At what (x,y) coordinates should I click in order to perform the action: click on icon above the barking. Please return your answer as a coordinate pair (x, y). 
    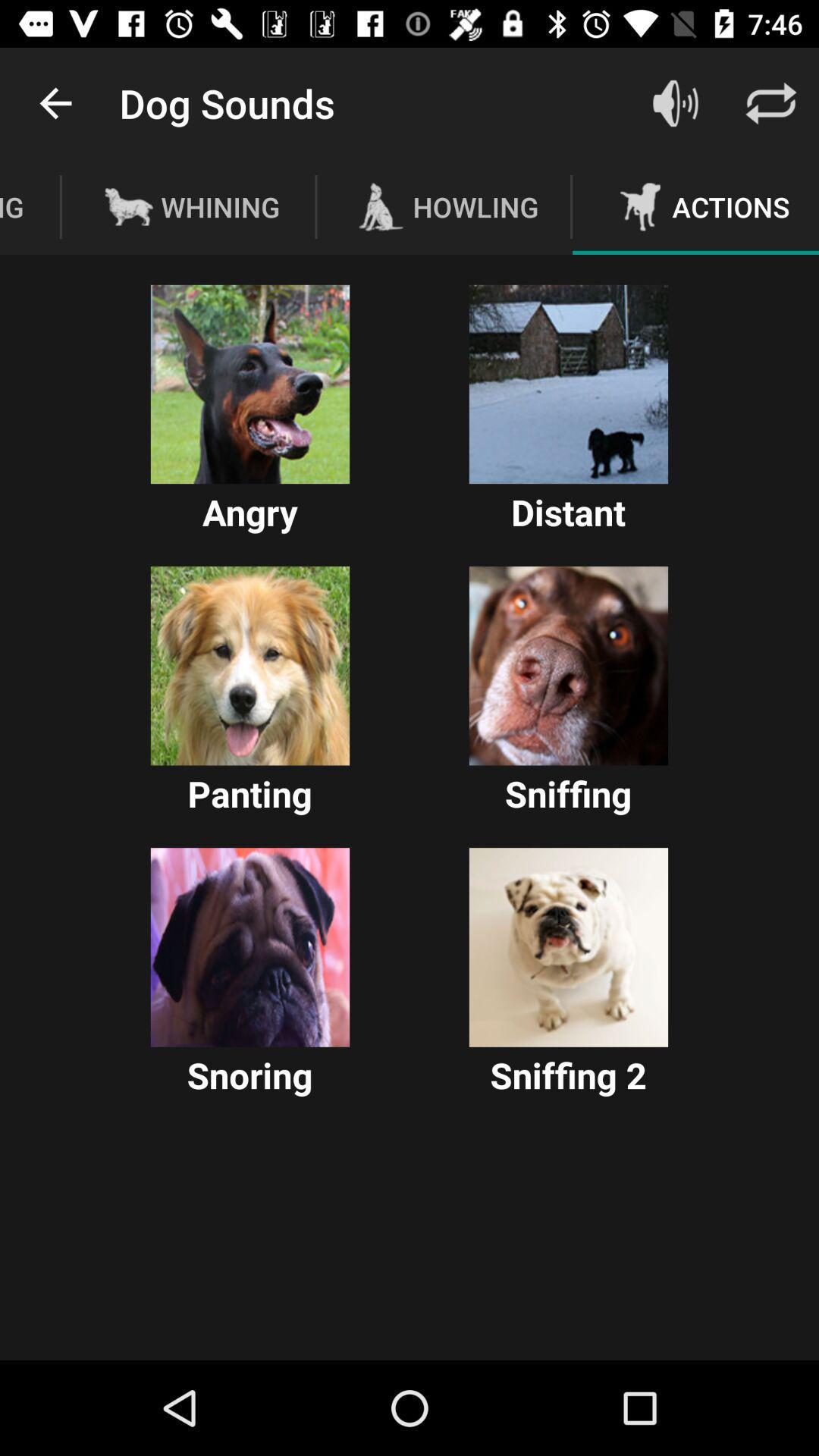
    Looking at the image, I should click on (55, 102).